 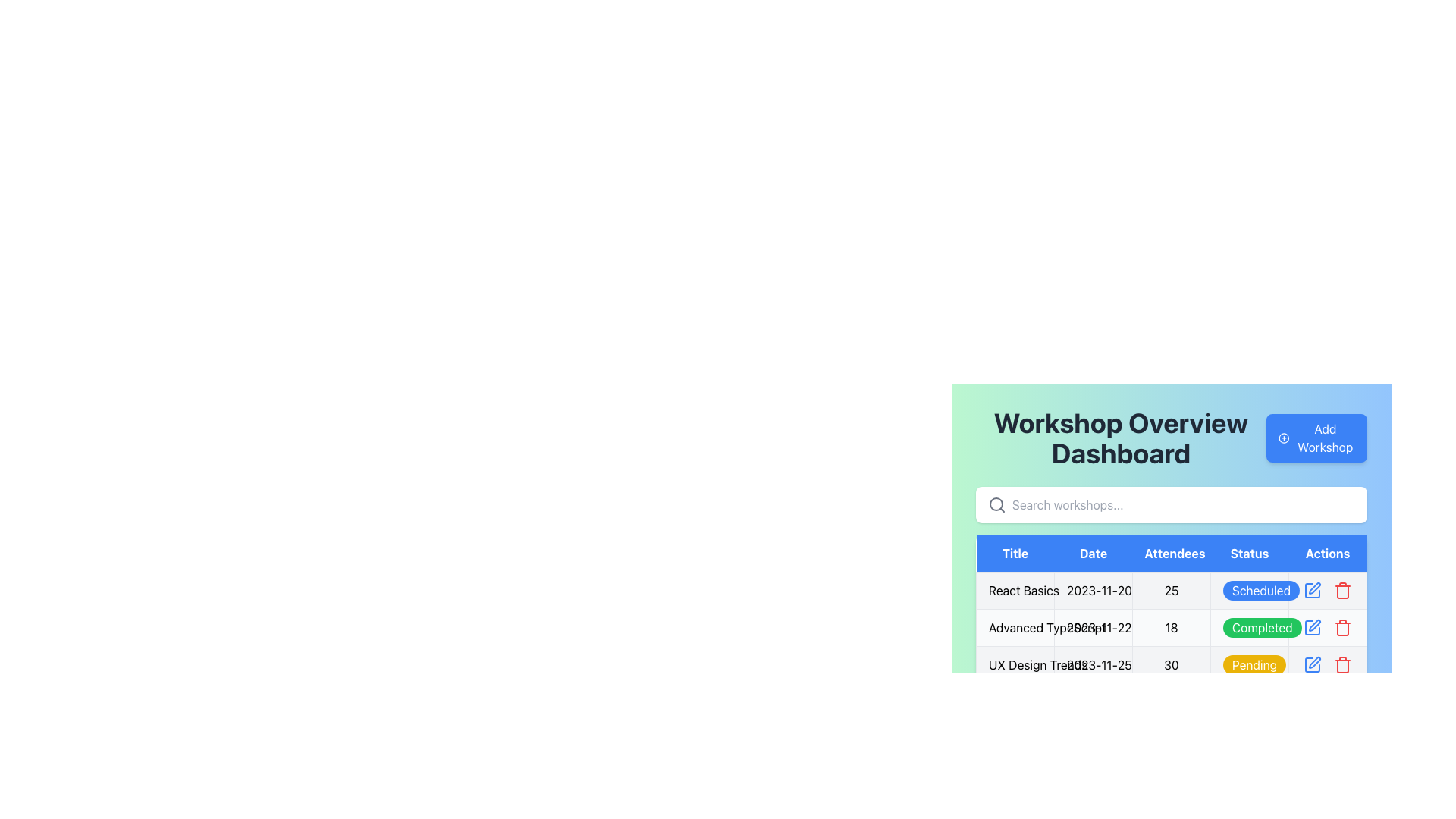 What do you see at coordinates (1015, 664) in the screenshot?
I see `the text label reading 'UX Design Trends' located in the leftmost column of the workshop overview dashboard table, specifically in the third row under the 'Title' header` at bounding box center [1015, 664].